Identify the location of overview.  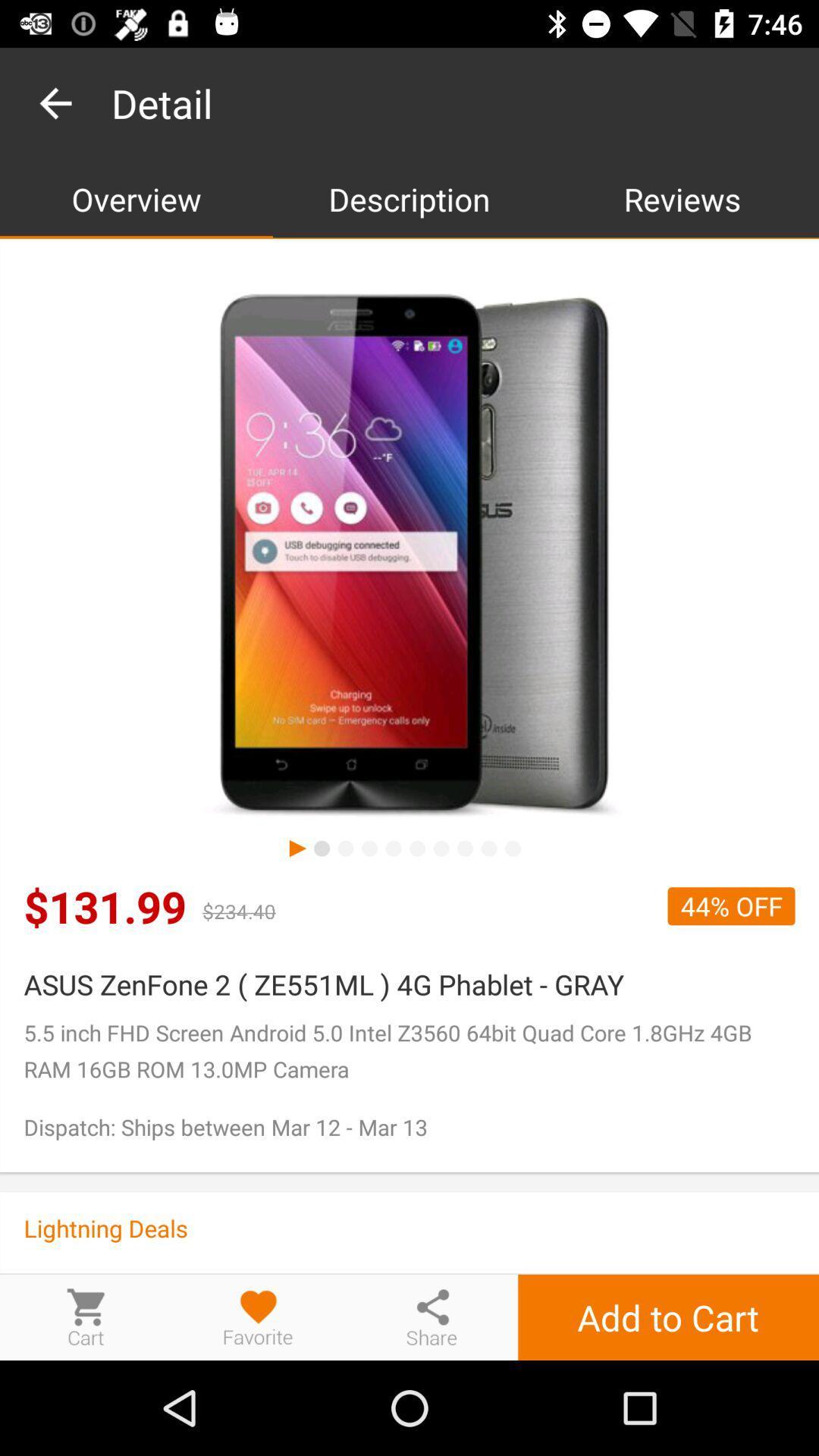
(136, 198).